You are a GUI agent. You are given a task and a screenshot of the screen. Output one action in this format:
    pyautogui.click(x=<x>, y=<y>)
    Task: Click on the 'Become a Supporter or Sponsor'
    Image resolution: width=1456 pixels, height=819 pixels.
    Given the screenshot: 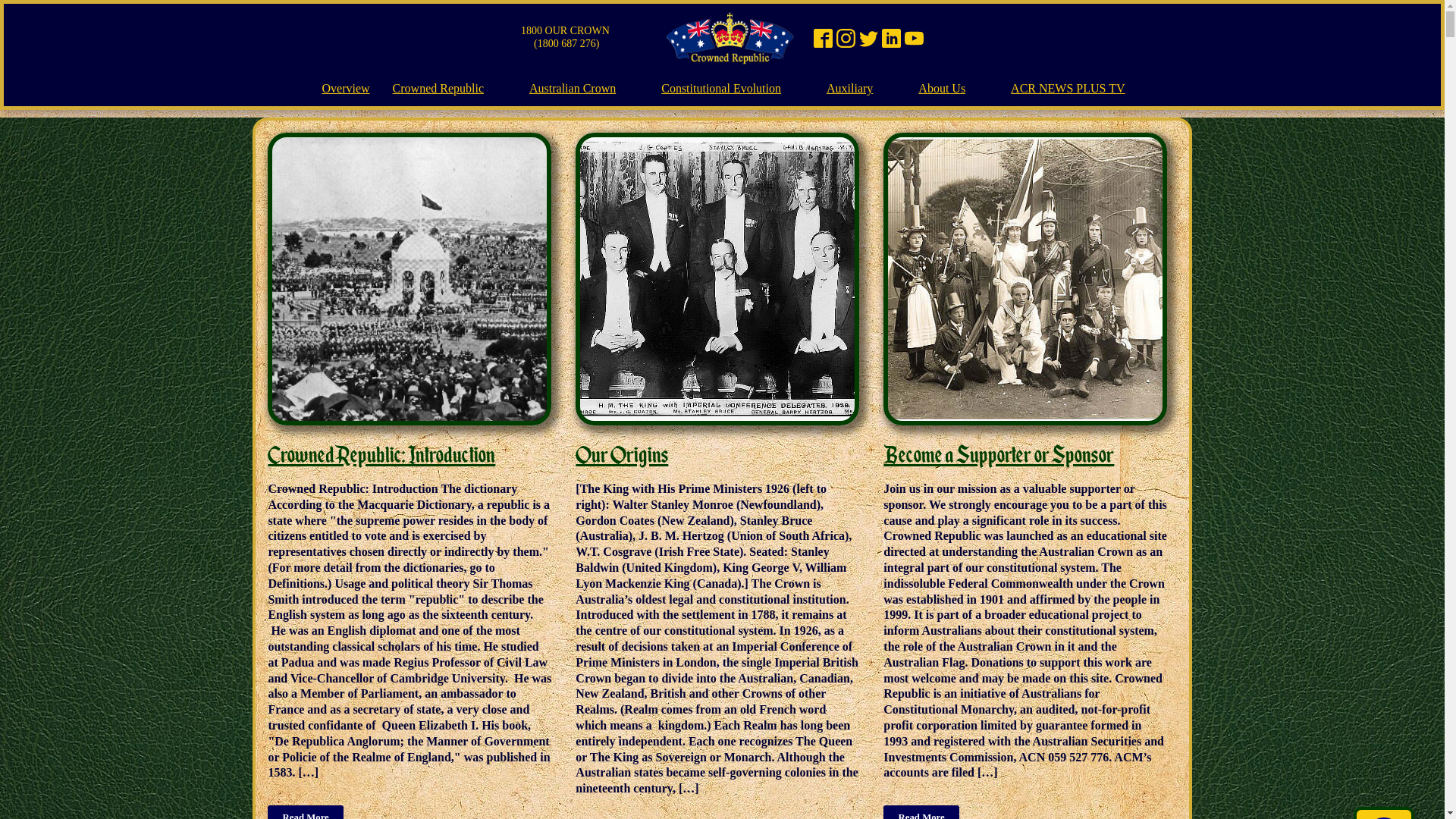 What is the action you would take?
    pyautogui.click(x=998, y=454)
    